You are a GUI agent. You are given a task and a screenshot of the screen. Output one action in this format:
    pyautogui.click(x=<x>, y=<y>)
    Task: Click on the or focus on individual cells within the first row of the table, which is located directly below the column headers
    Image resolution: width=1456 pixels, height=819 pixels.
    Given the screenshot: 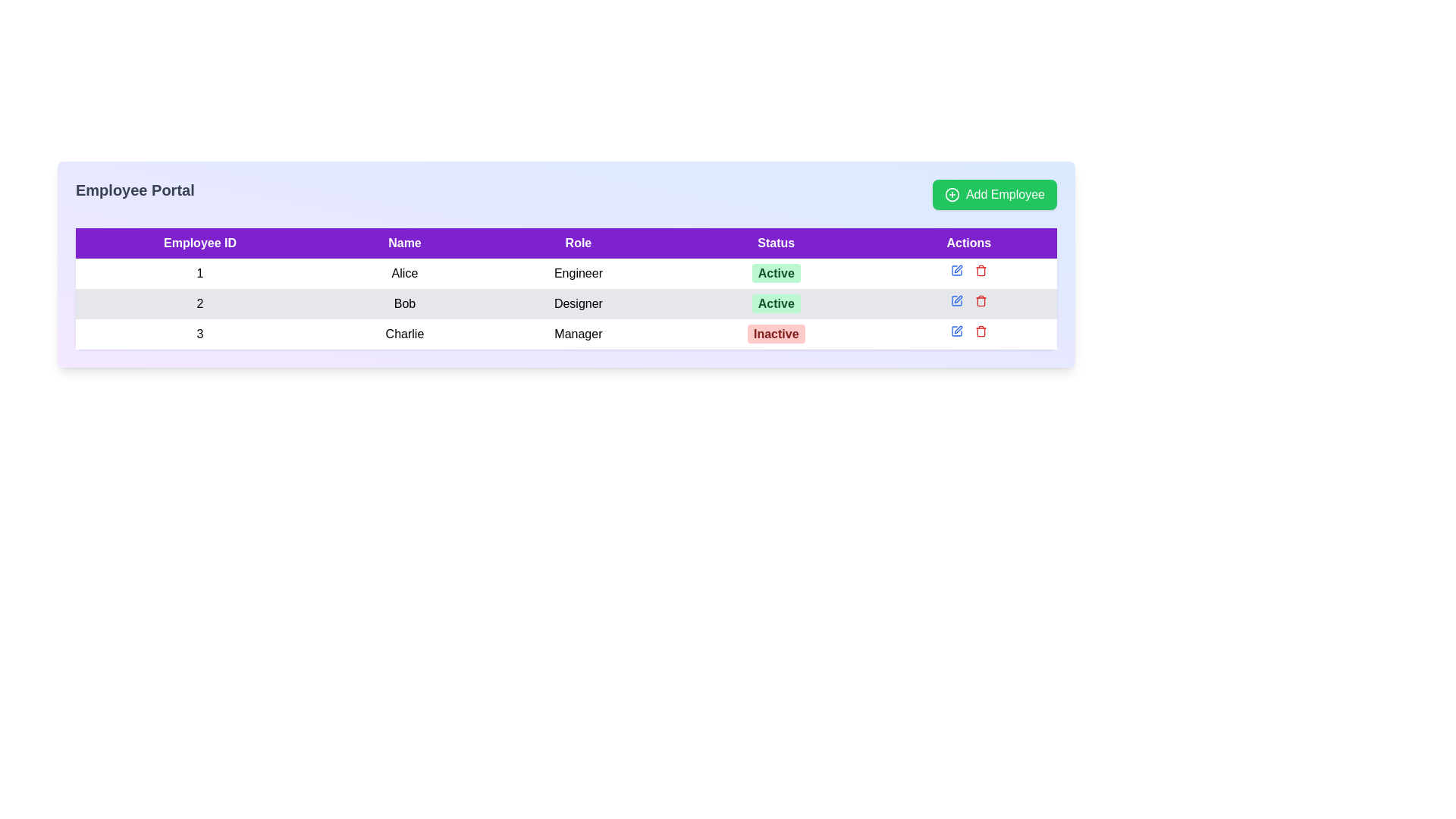 What is the action you would take?
    pyautogui.click(x=566, y=274)
    